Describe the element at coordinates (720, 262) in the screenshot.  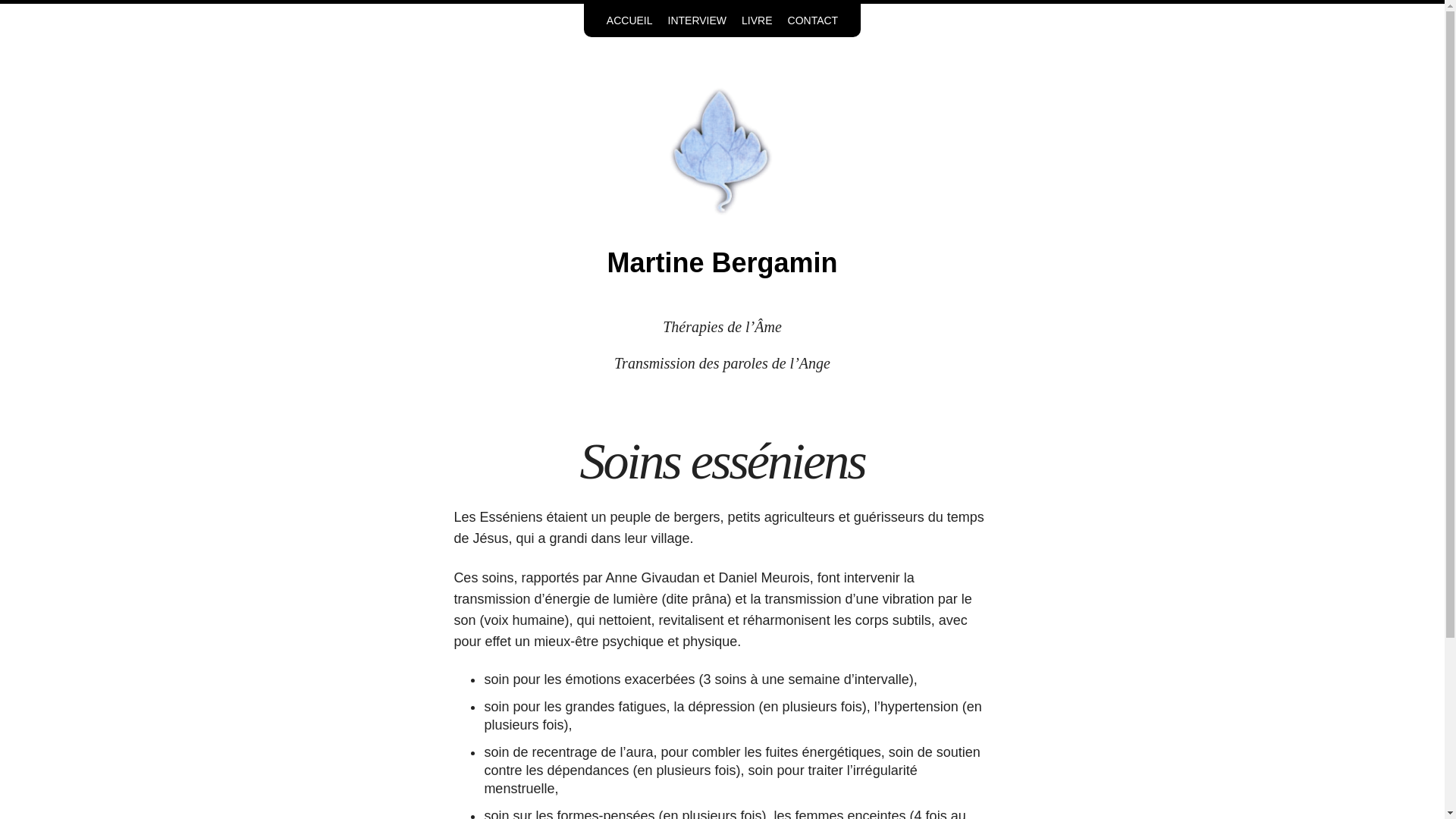
I see `'Martine Bergamin'` at that location.